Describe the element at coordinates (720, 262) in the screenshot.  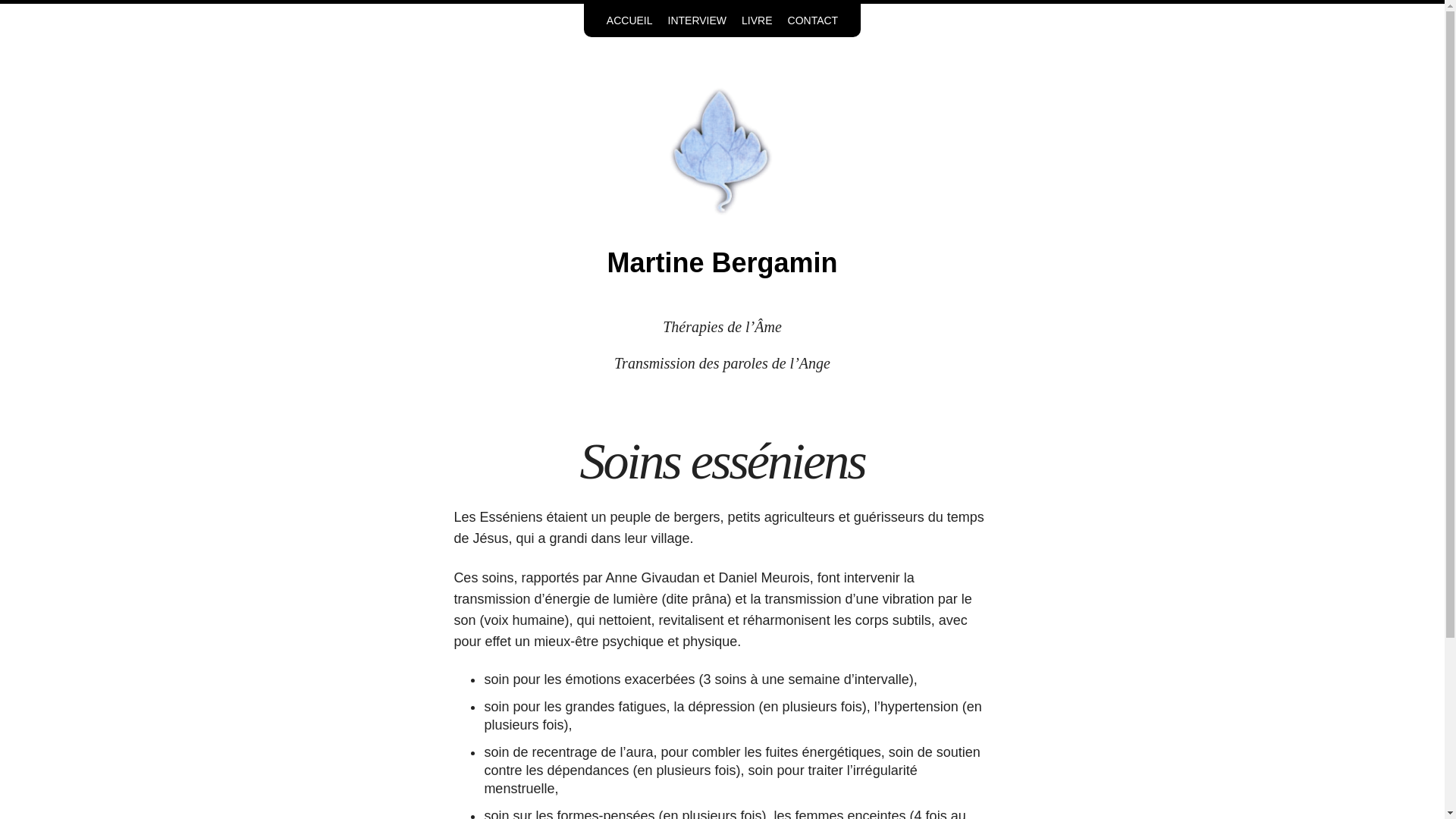
I see `'Martine Bergamin'` at that location.